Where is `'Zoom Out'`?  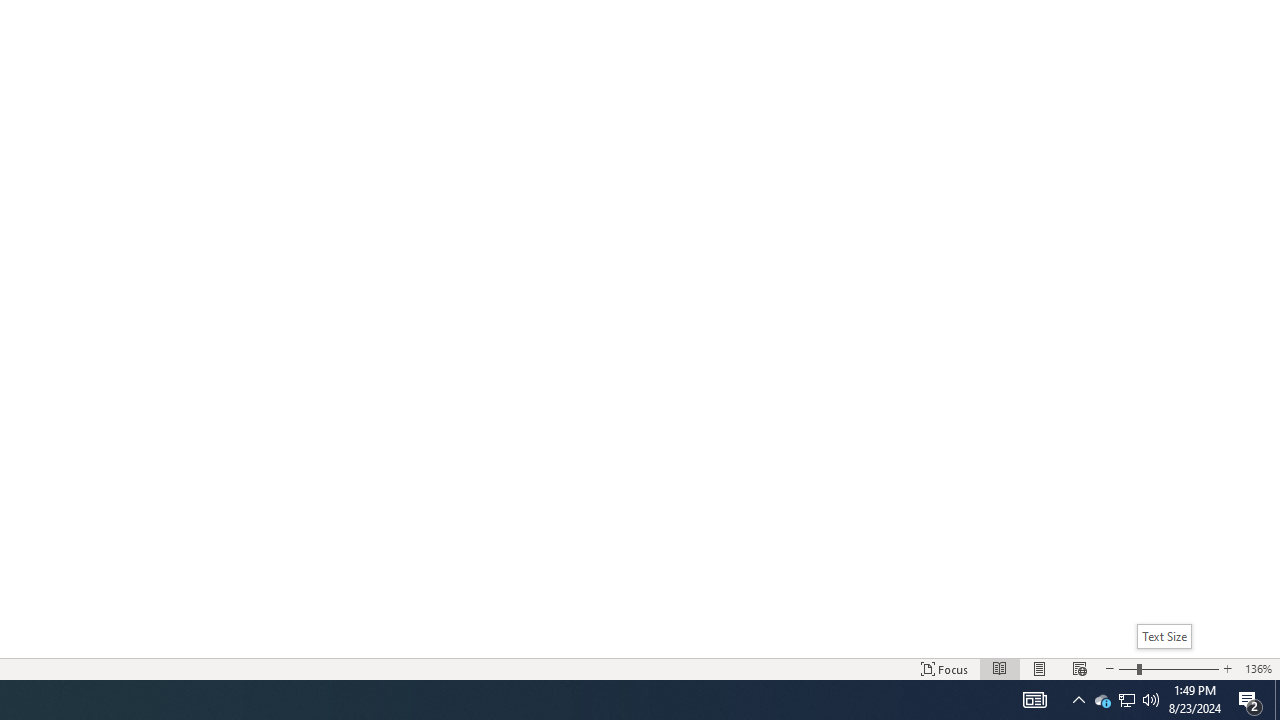
'Zoom Out' is located at coordinates (1127, 669).